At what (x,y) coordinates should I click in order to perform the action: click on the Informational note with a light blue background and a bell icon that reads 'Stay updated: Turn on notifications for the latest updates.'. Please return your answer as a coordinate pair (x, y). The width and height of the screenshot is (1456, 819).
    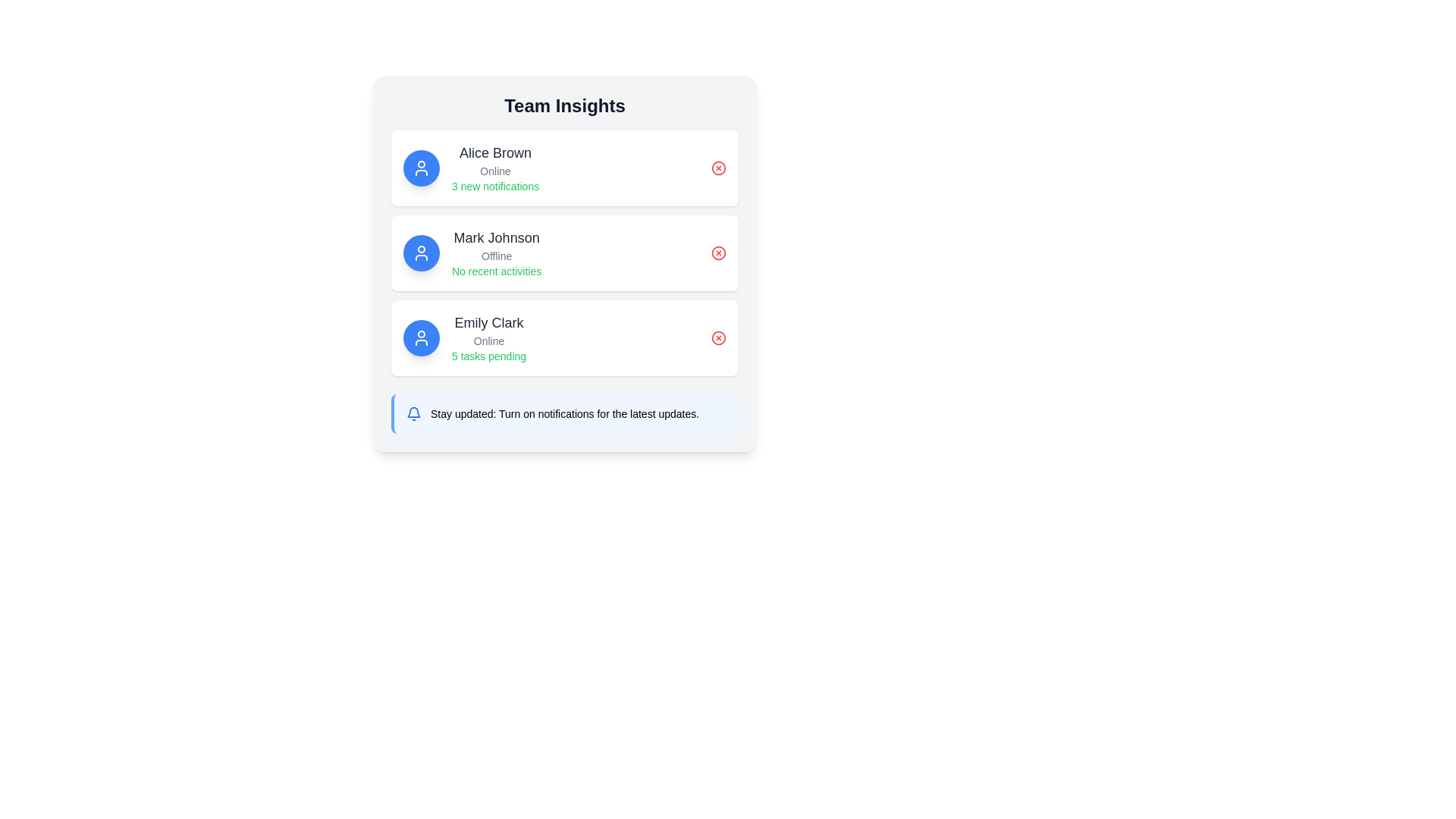
    Looking at the image, I should click on (563, 414).